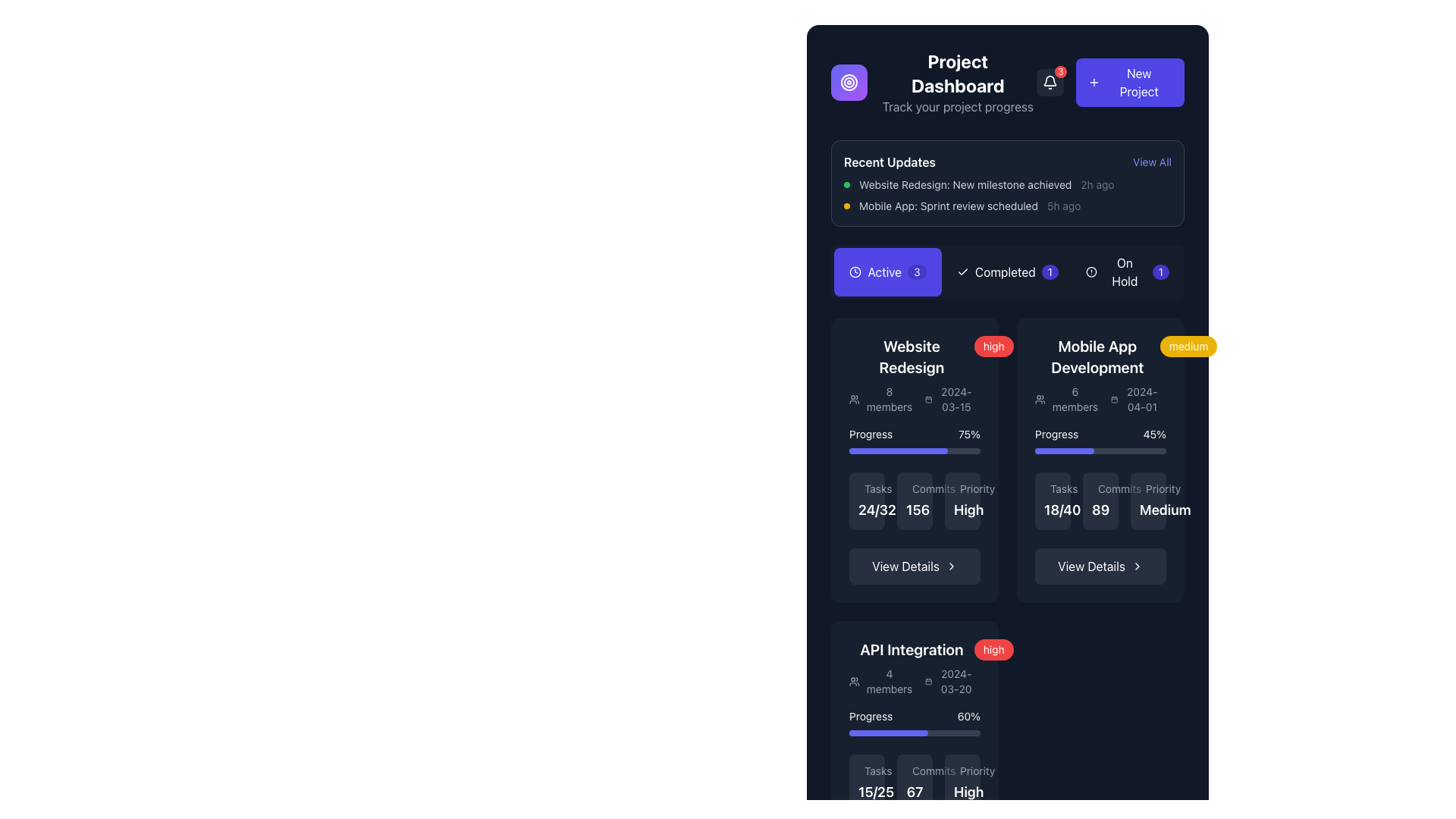 This screenshot has height=819, width=1456. Describe the element at coordinates (1056, 435) in the screenshot. I see `the 'Progress' text label displayed in white sans-serif font, located above the progress bar in the 'Mobile App Development' card` at that location.